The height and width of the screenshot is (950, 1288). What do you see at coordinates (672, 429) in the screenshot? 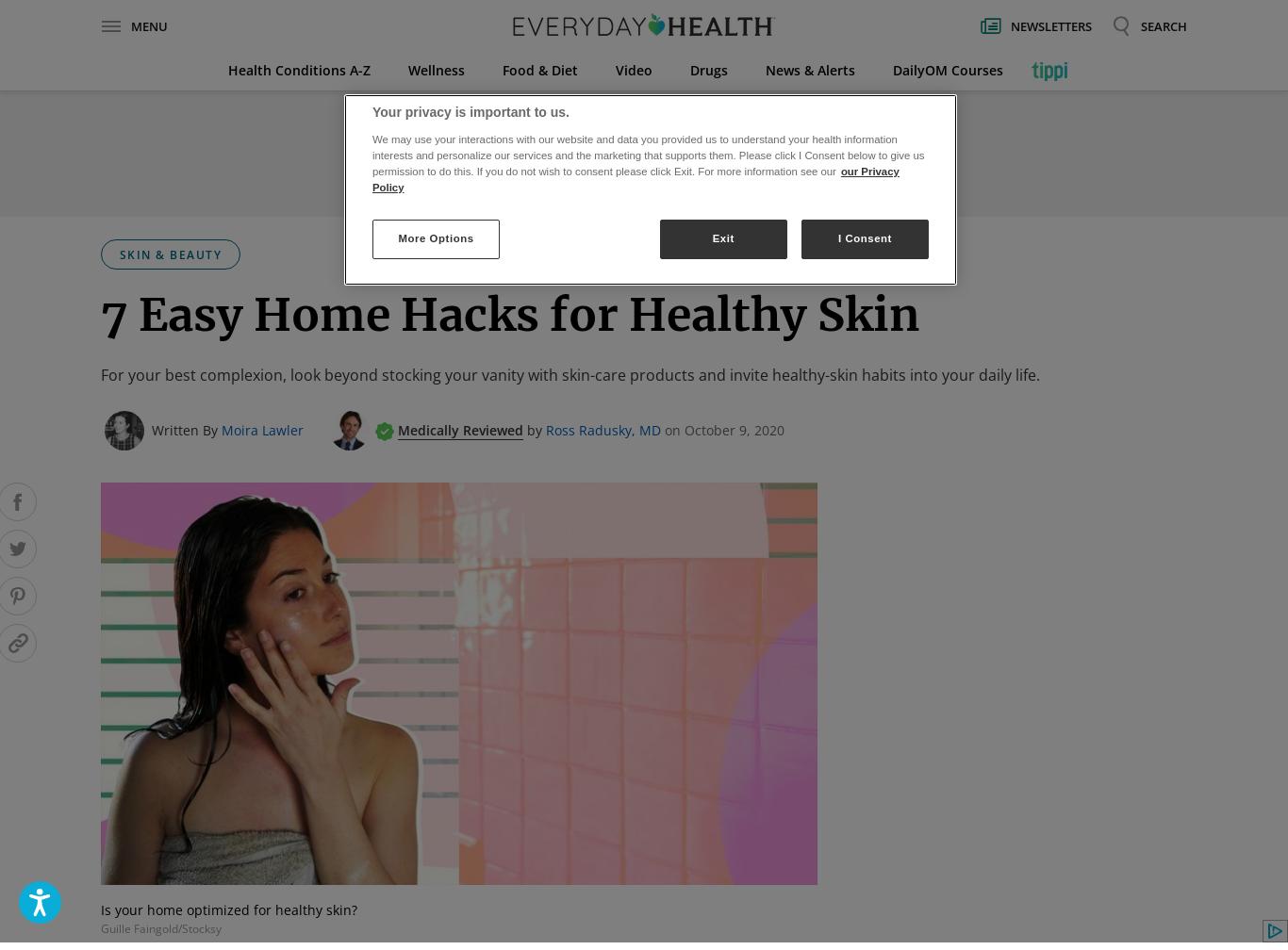
I see `'on'` at bounding box center [672, 429].